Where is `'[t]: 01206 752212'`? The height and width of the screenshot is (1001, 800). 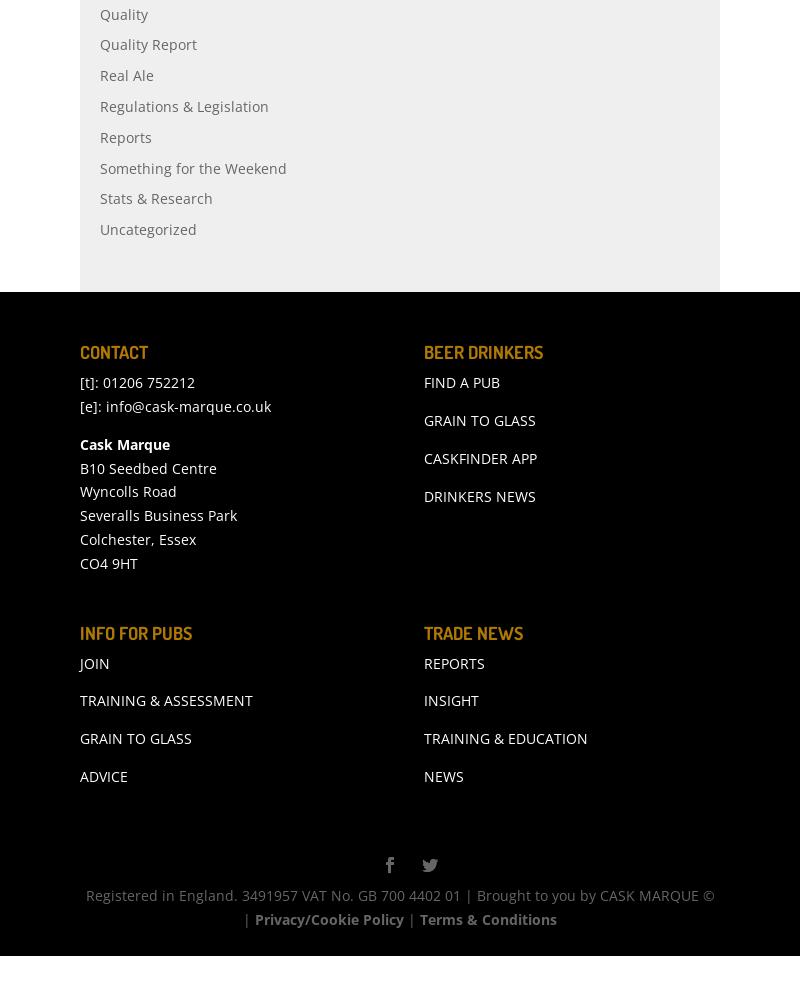
'[t]: 01206 752212' is located at coordinates (137, 425).